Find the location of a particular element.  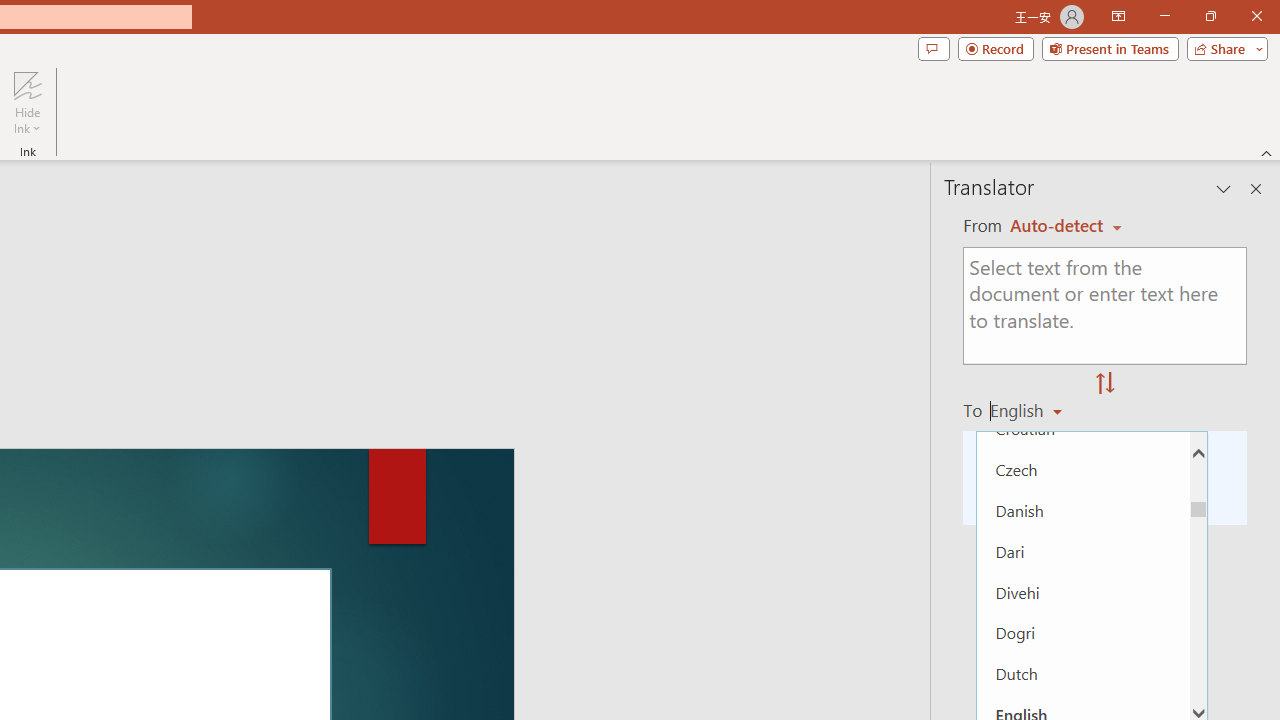

'Czech' is located at coordinates (1082, 469).